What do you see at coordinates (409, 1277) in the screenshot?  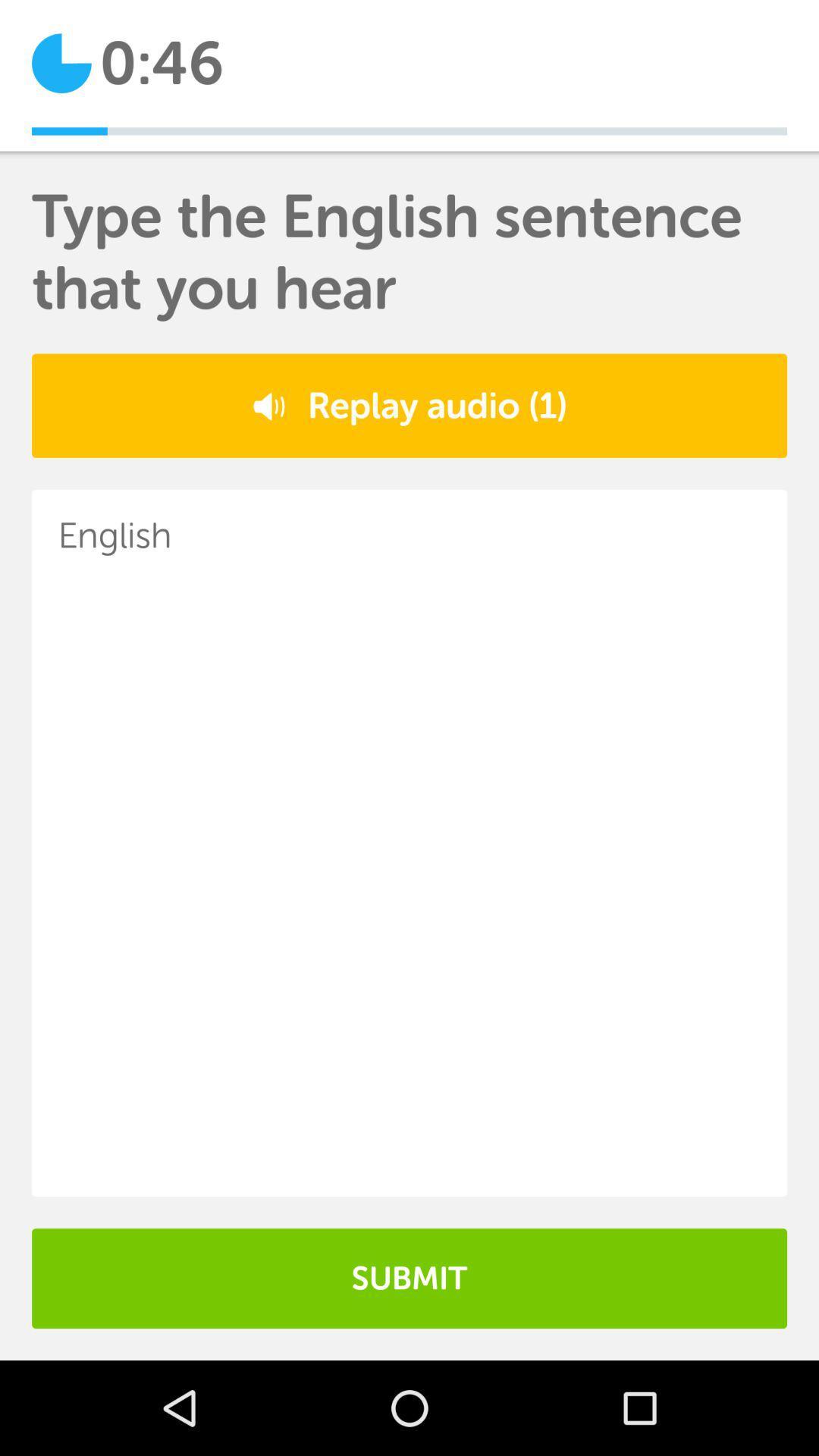 I see `the item below english item` at bounding box center [409, 1277].